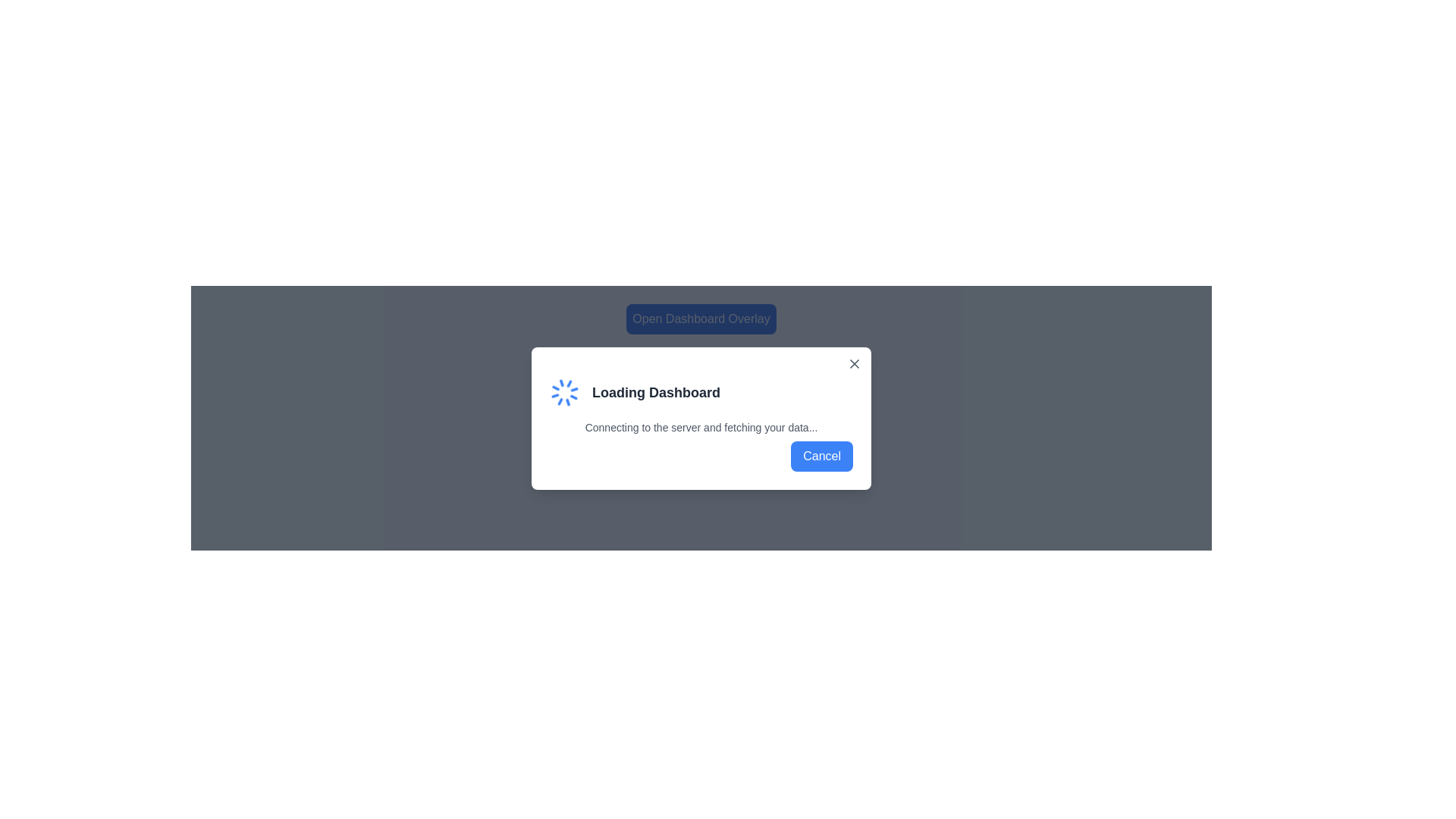 This screenshot has width=1456, height=819. I want to click on the SVG graphic (animated spinner) which serves as a visual loading indicator in the top-left corner of the pop-up modal, so click(563, 391).